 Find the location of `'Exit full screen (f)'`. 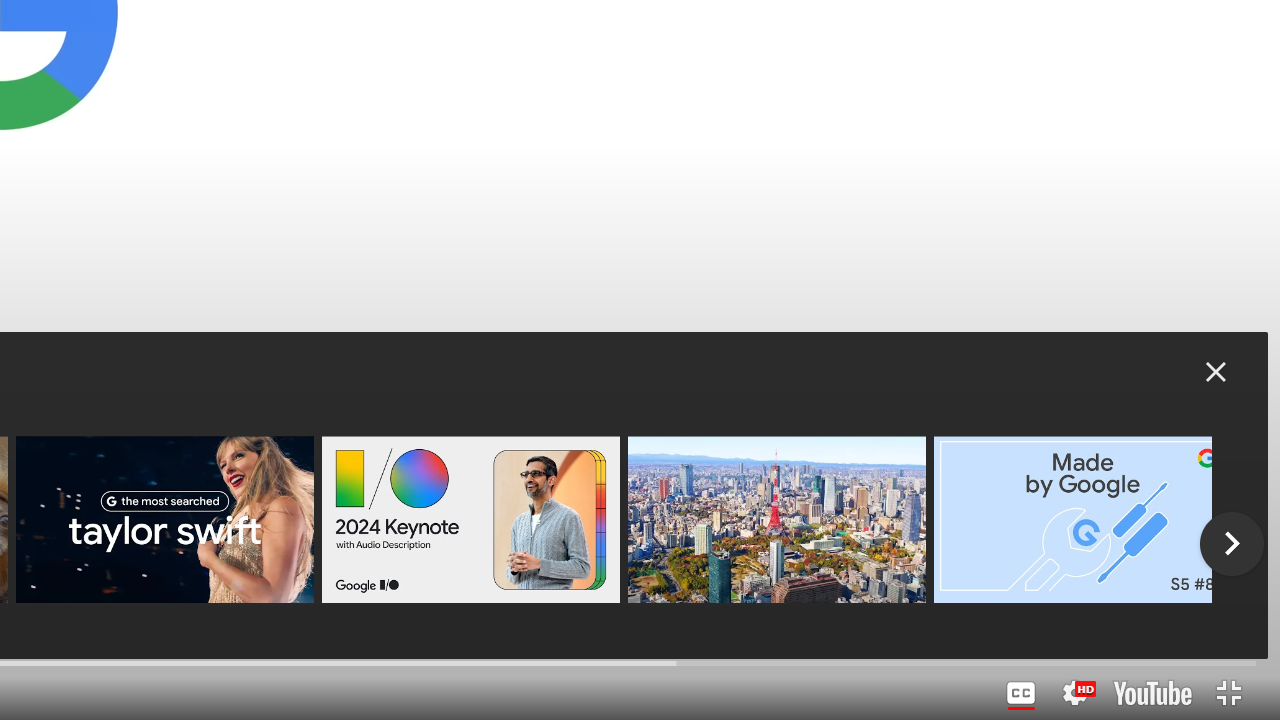

'Exit full screen (f)' is located at coordinates (1227, 692).